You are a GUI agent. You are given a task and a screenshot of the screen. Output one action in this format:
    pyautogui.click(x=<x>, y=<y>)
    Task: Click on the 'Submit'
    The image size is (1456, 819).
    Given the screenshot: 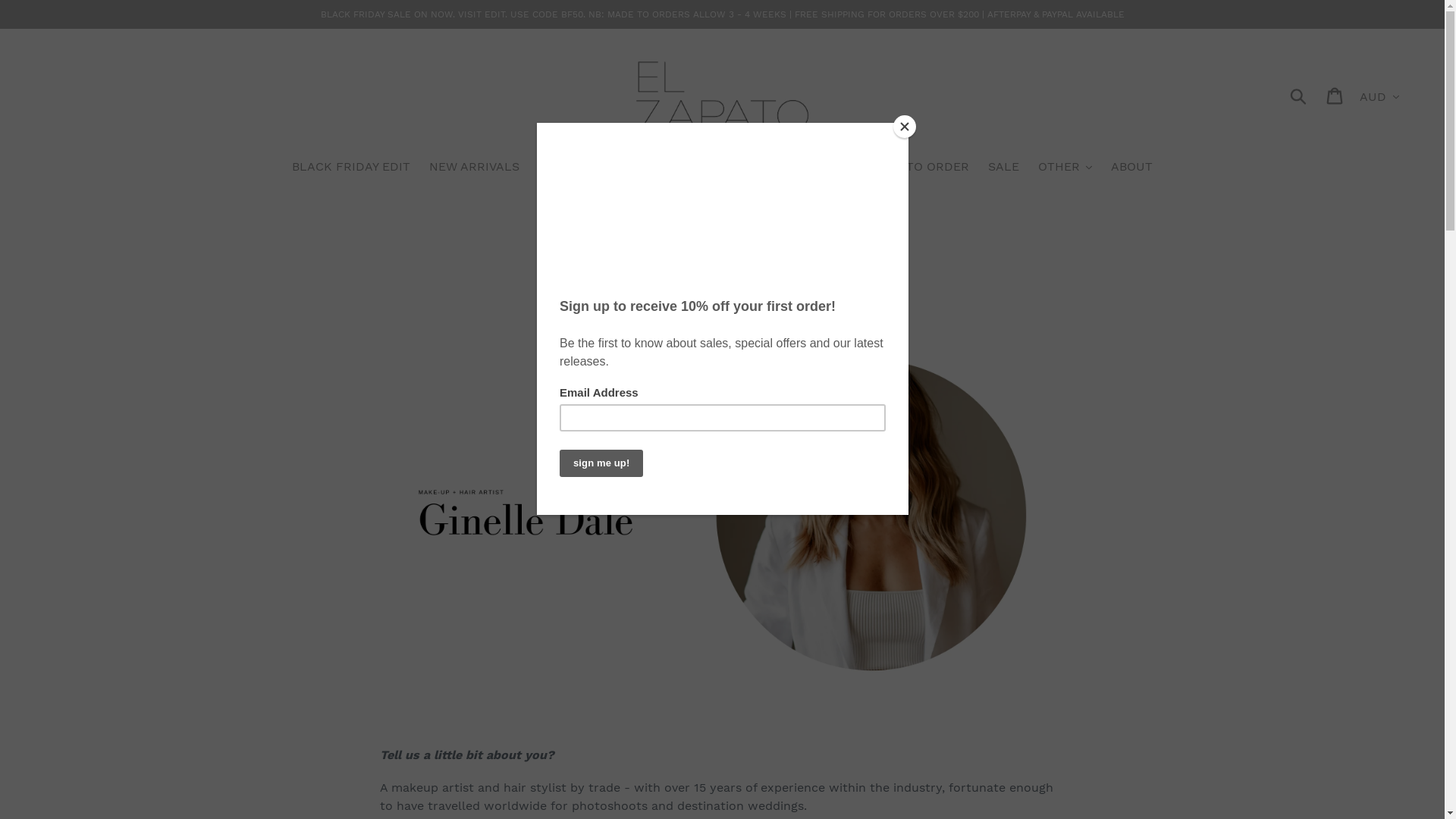 What is the action you would take?
    pyautogui.click(x=1298, y=96)
    